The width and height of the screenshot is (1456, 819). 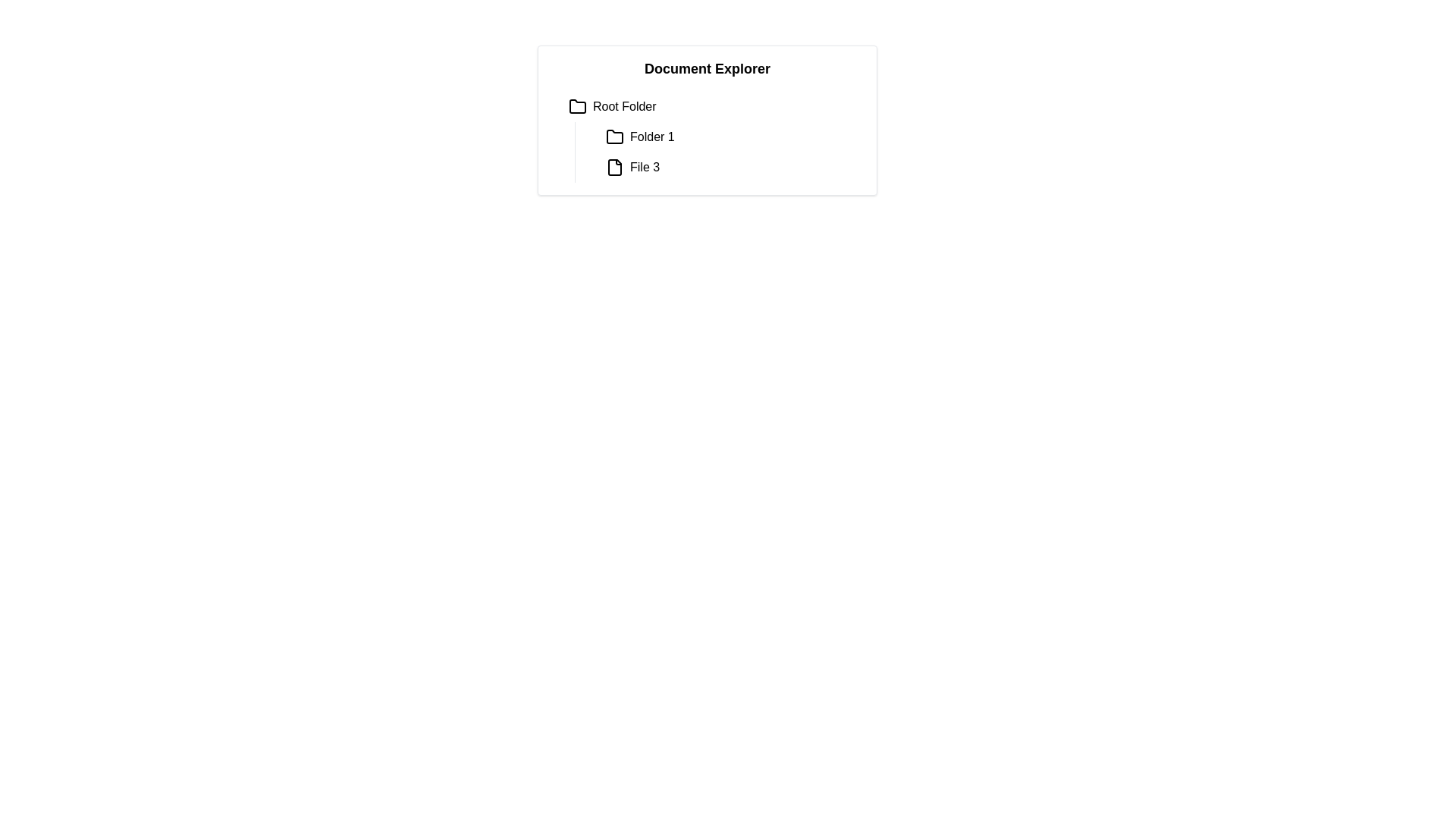 I want to click on the icon representing 'File 3' to focus on it, which is located under the 'Folder 1' hierarchy and positioned to the left of the text 'File 3', so click(x=615, y=167).